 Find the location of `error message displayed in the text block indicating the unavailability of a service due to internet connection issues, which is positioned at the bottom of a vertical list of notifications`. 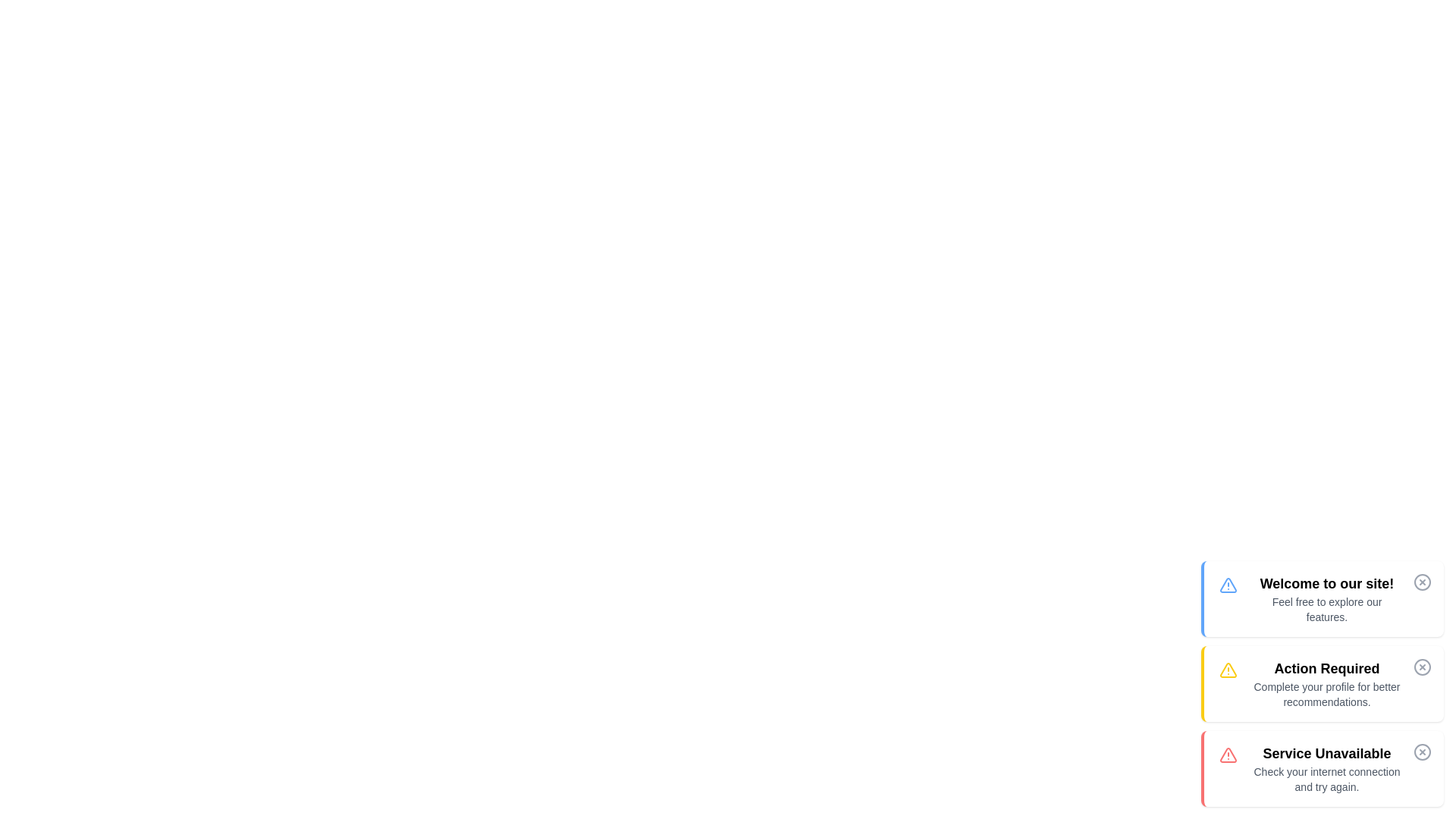

error message displayed in the text block indicating the unavailability of a service due to internet connection issues, which is positioned at the bottom of a vertical list of notifications is located at coordinates (1326, 769).